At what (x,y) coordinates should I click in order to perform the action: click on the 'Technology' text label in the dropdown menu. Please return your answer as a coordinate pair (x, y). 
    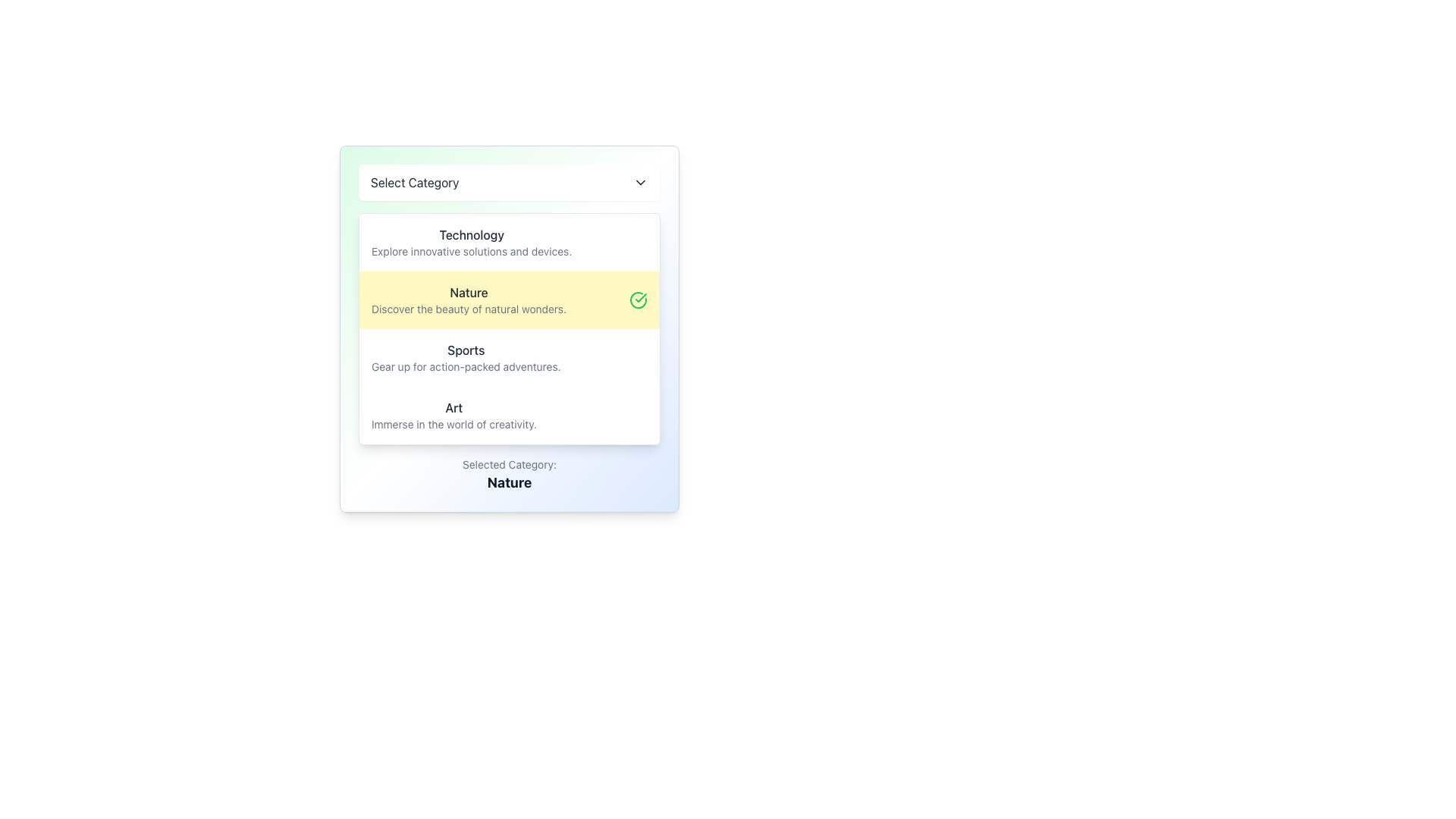
    Looking at the image, I should click on (471, 242).